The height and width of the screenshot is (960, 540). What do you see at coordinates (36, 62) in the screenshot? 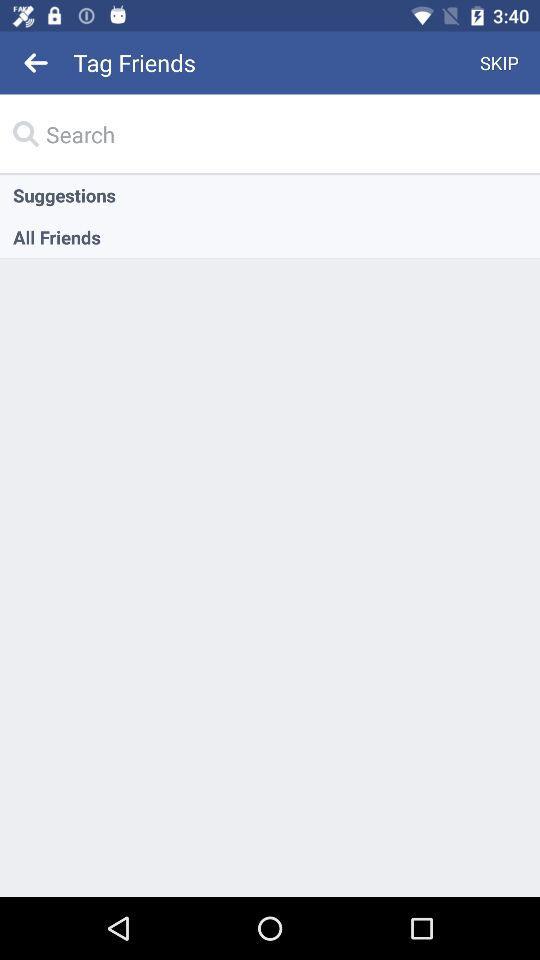
I see `the icon to the left of the tag friends item` at bounding box center [36, 62].